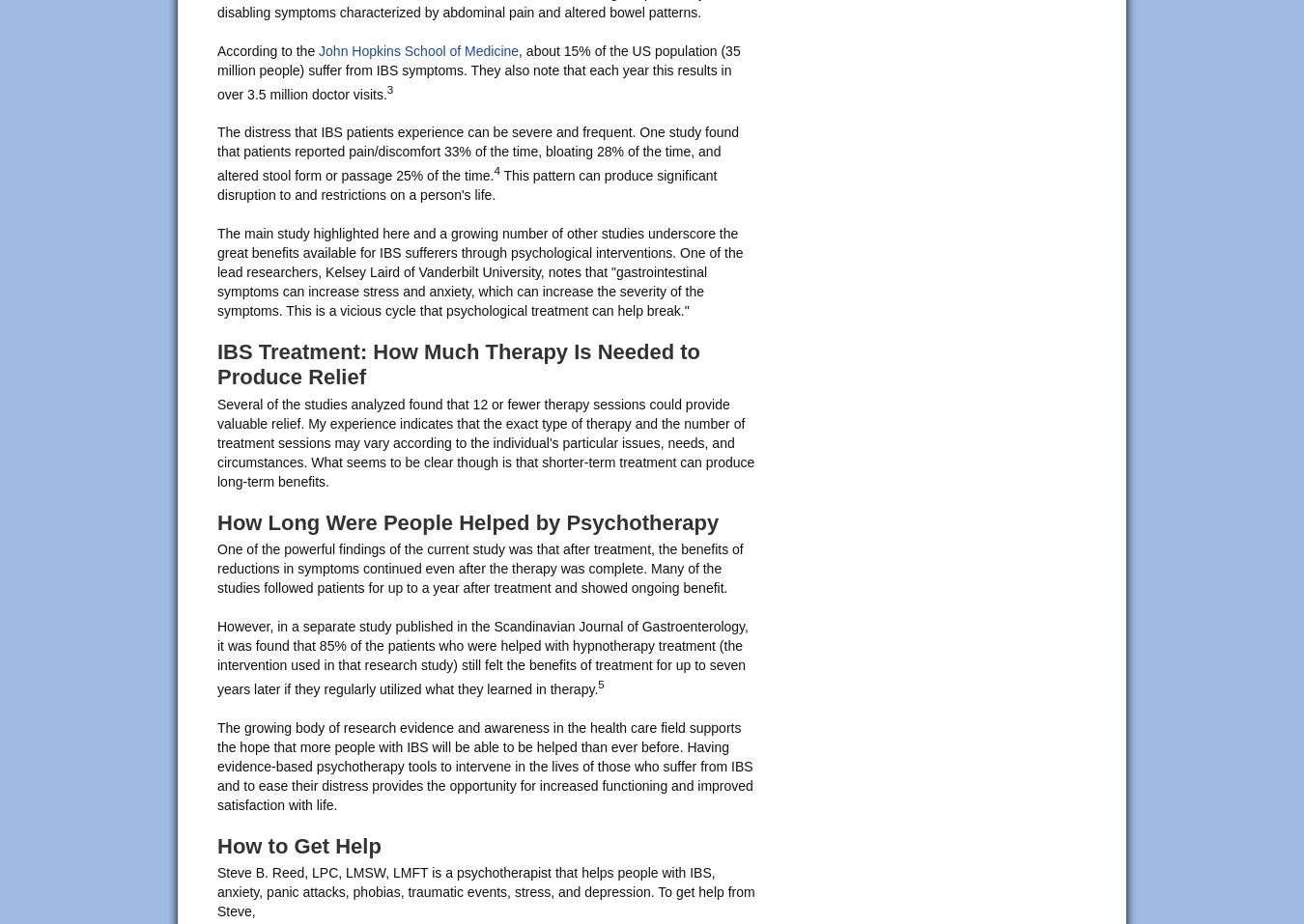 The width and height of the screenshot is (1304, 924). Describe the element at coordinates (457, 364) in the screenshot. I see `'IBS Treatment: How Much Therapy Is Needed to Produce Relief'` at that location.